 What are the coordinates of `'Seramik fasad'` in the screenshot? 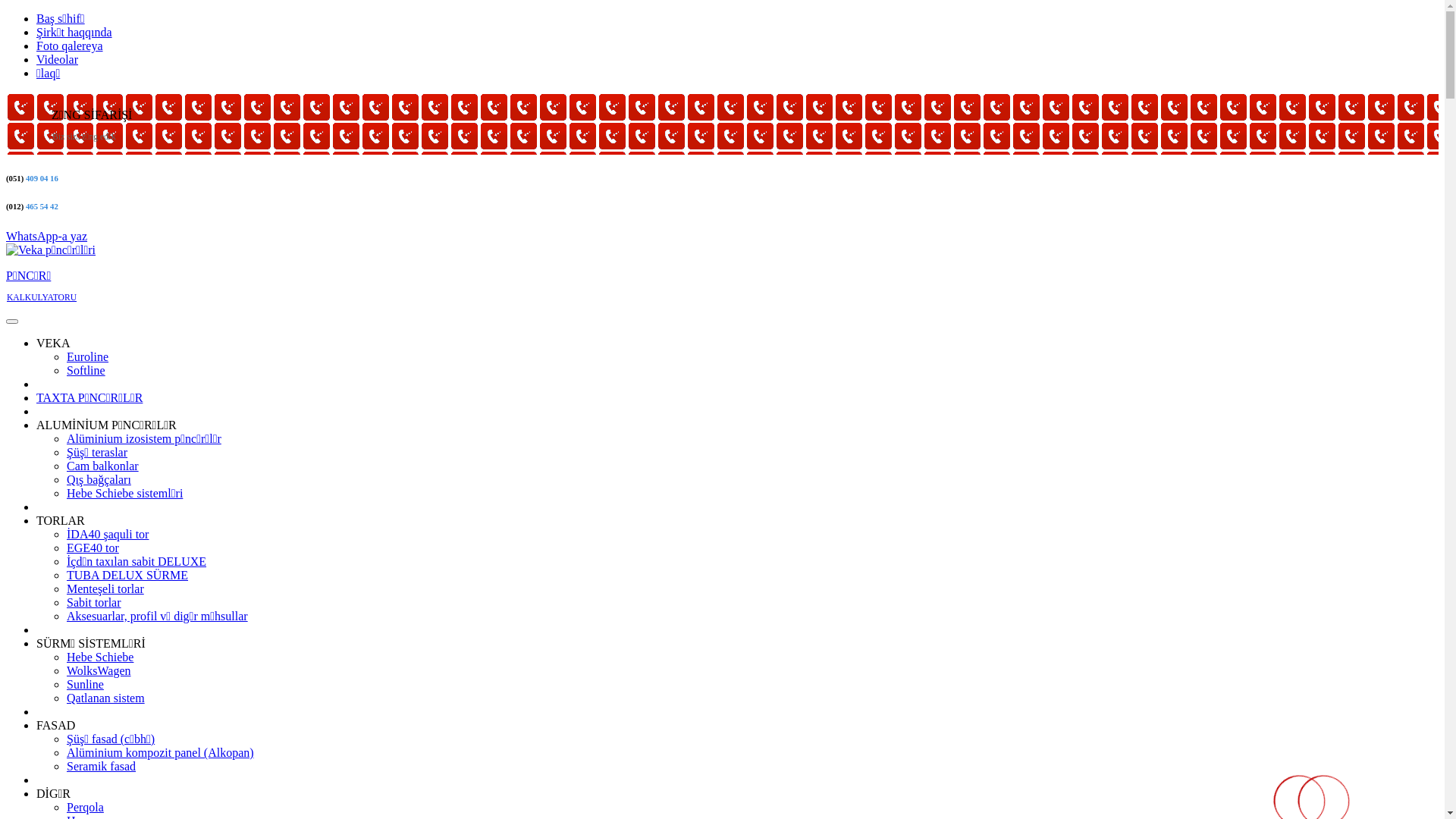 It's located at (100, 766).